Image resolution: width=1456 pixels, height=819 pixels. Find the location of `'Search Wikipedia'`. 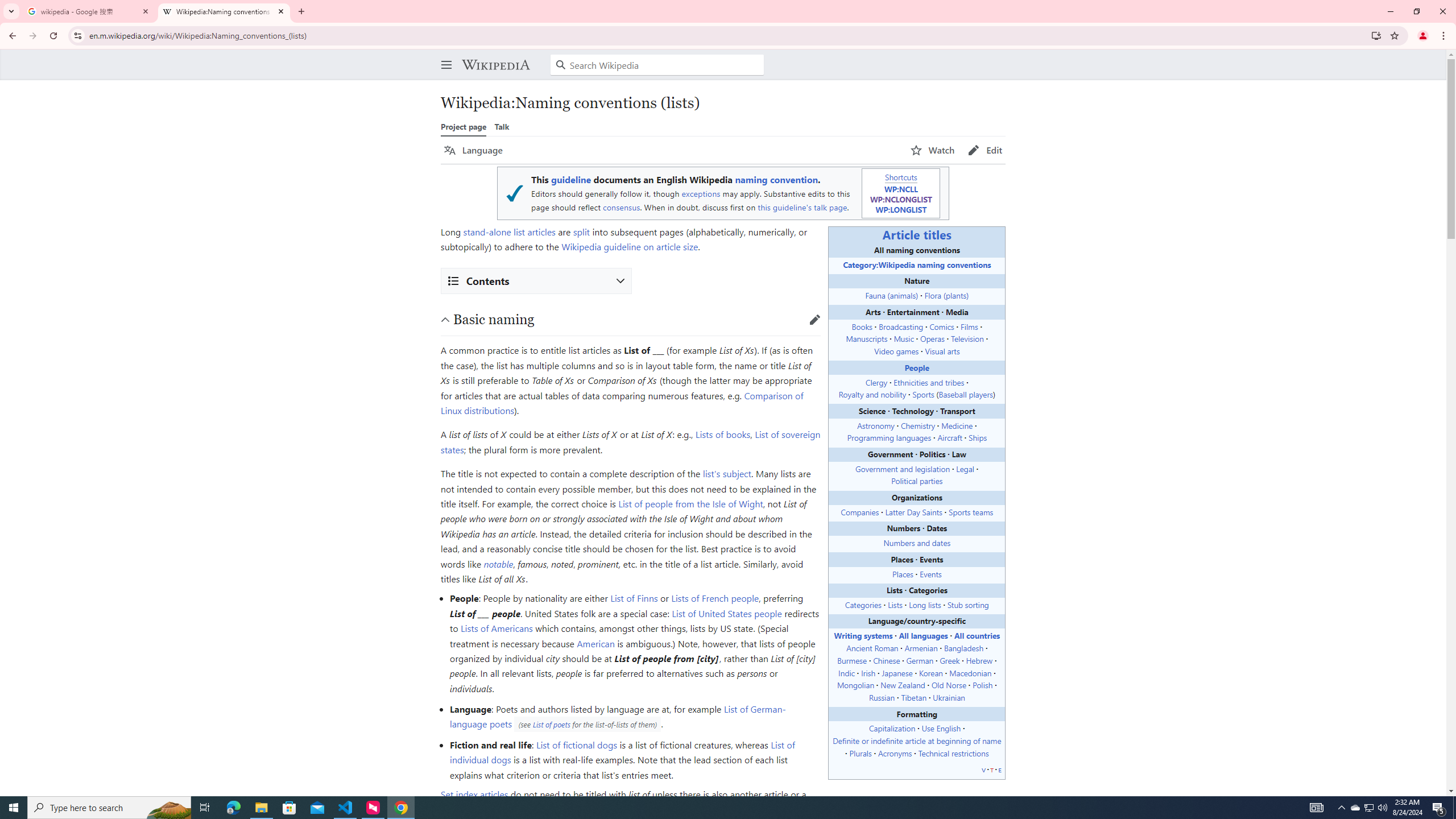

'Search Wikipedia' is located at coordinates (656, 65).